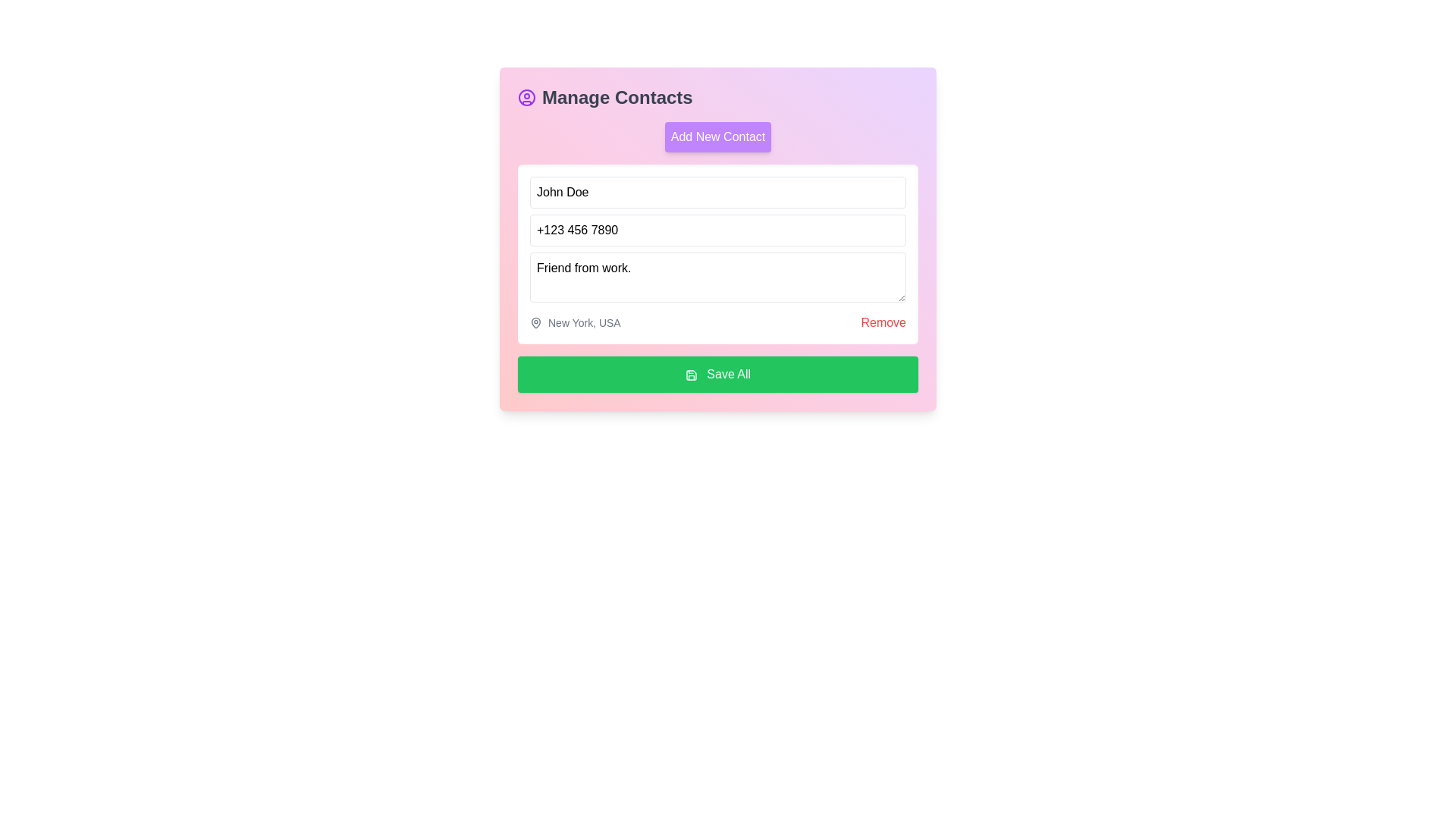 The height and width of the screenshot is (819, 1456). I want to click on the save icon located within the green 'Save All' button at the bottom of the Manage Contacts interface, so click(690, 375).